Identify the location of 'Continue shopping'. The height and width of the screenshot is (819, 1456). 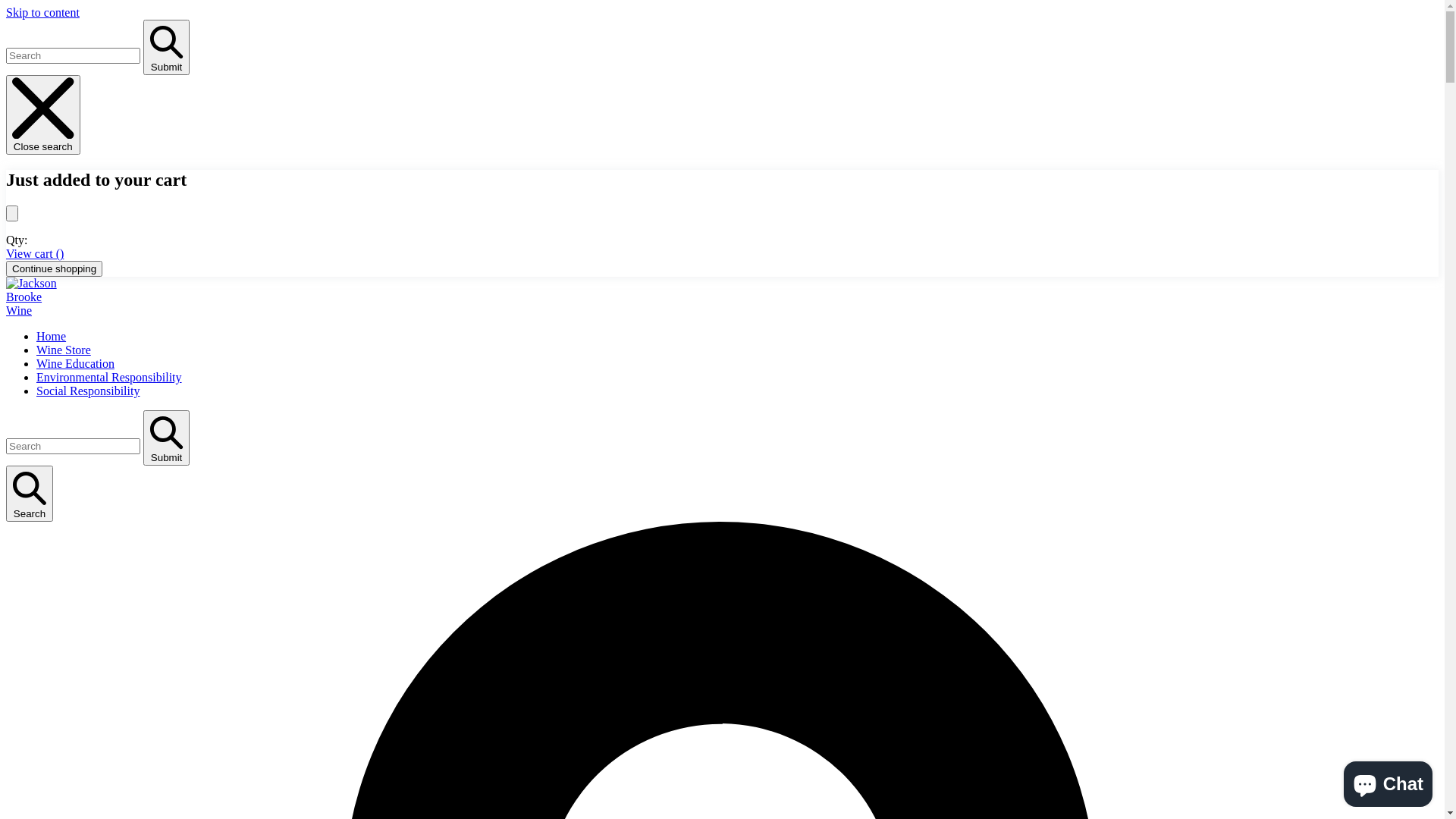
(54, 268).